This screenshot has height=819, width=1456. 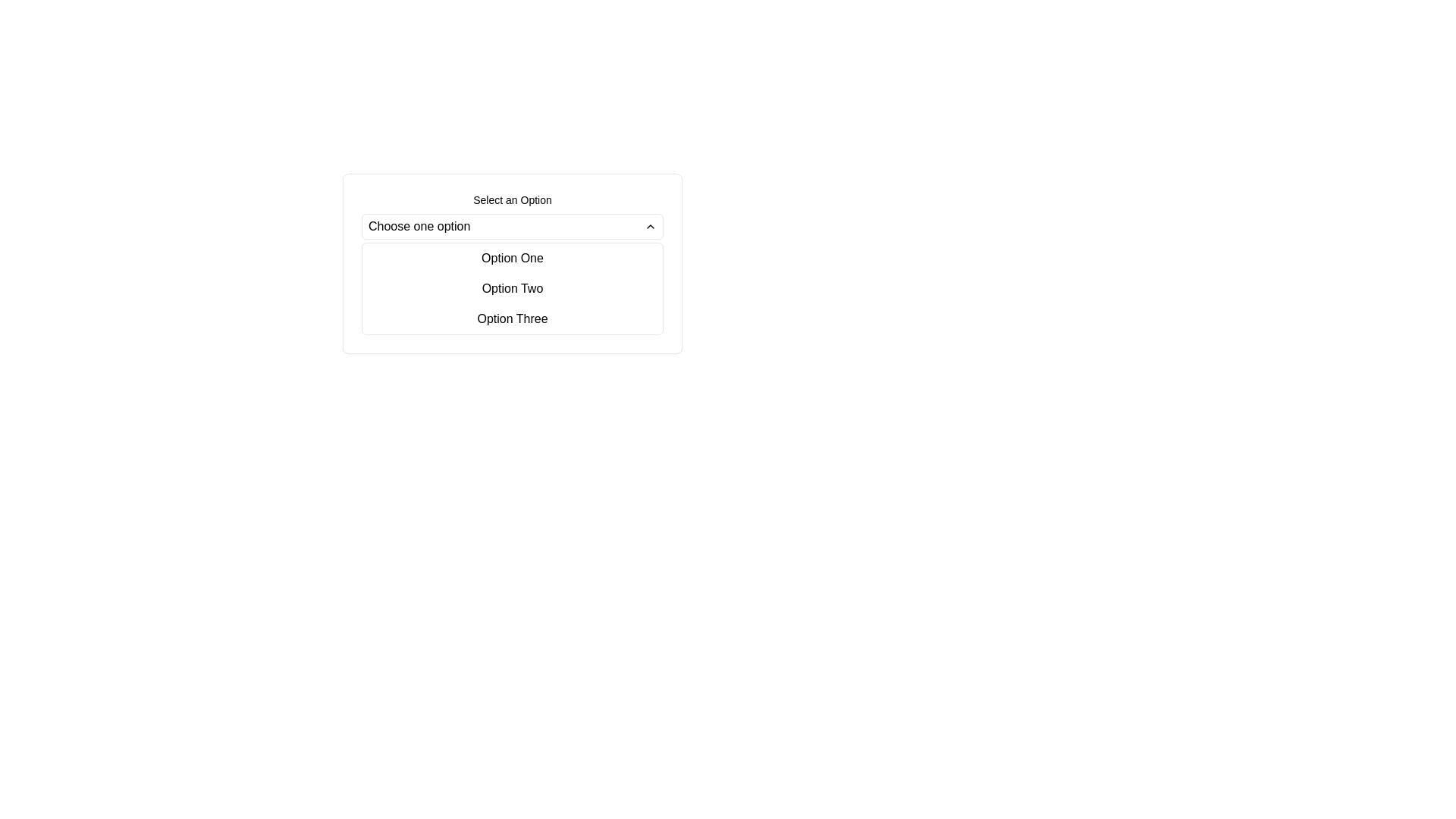 What do you see at coordinates (513, 289) in the screenshot?
I see `the text-based list item 'Option Two' in the dropdown menu` at bounding box center [513, 289].